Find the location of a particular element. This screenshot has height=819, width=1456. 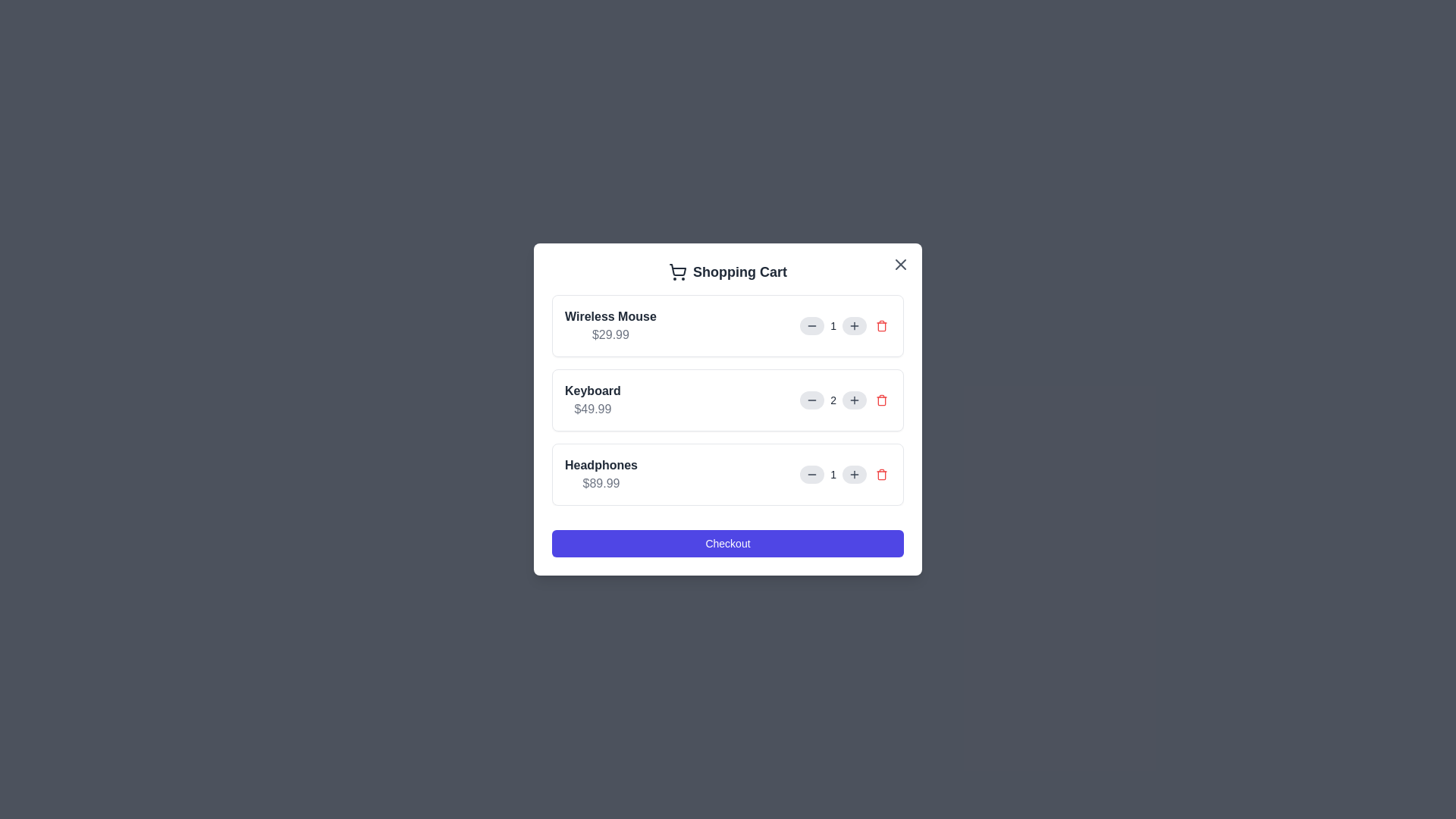

displayed quantity from the Numeric stepper control for the 'Keyboard' item in the shopping cart, located in the second row after 'Wireless Mouse' and before 'Headphones' is located at coordinates (845, 400).